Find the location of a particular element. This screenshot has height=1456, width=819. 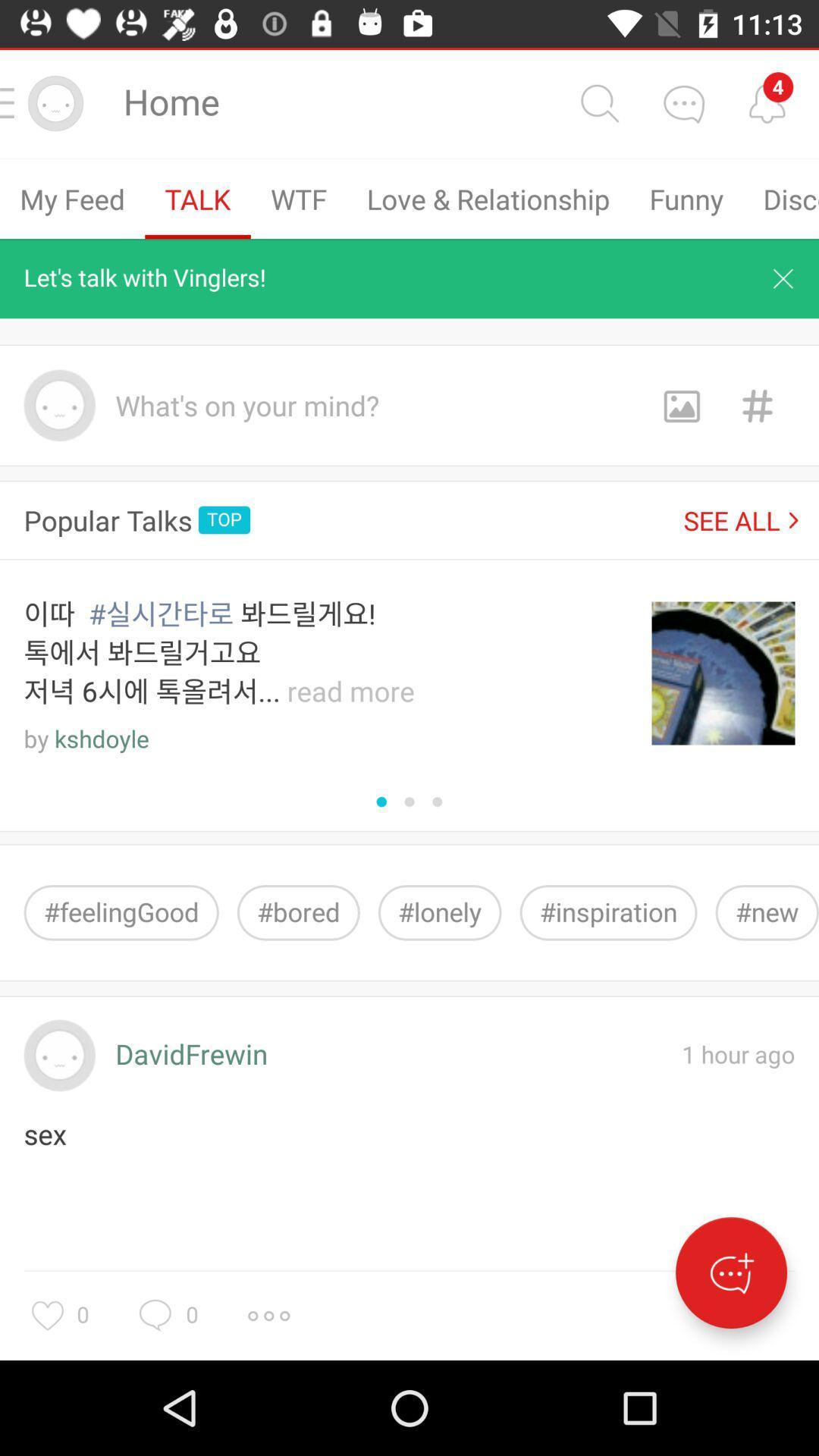

open settings menu is located at coordinates (268, 1315).